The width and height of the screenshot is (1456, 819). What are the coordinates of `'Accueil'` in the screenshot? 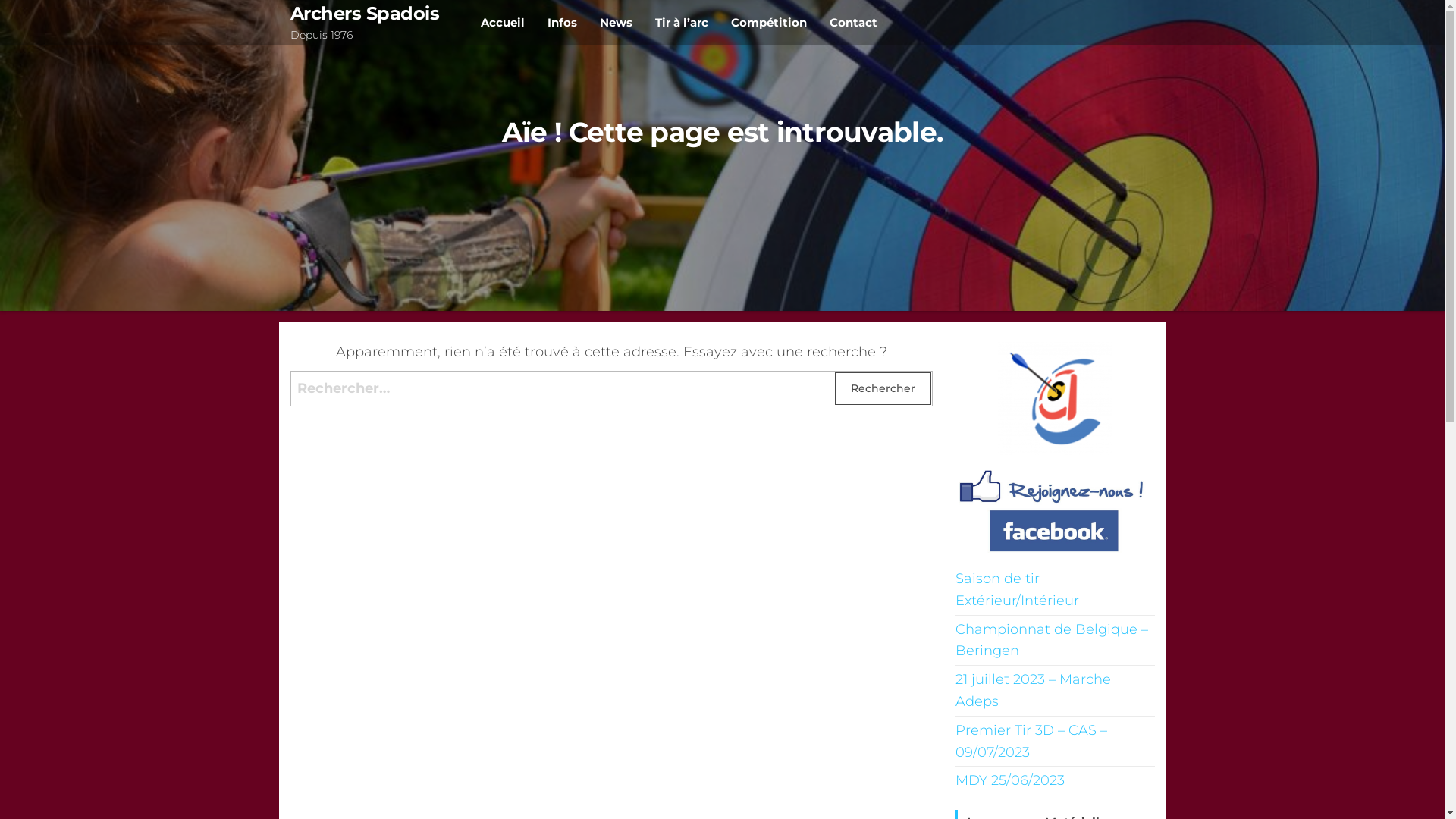 It's located at (502, 23).